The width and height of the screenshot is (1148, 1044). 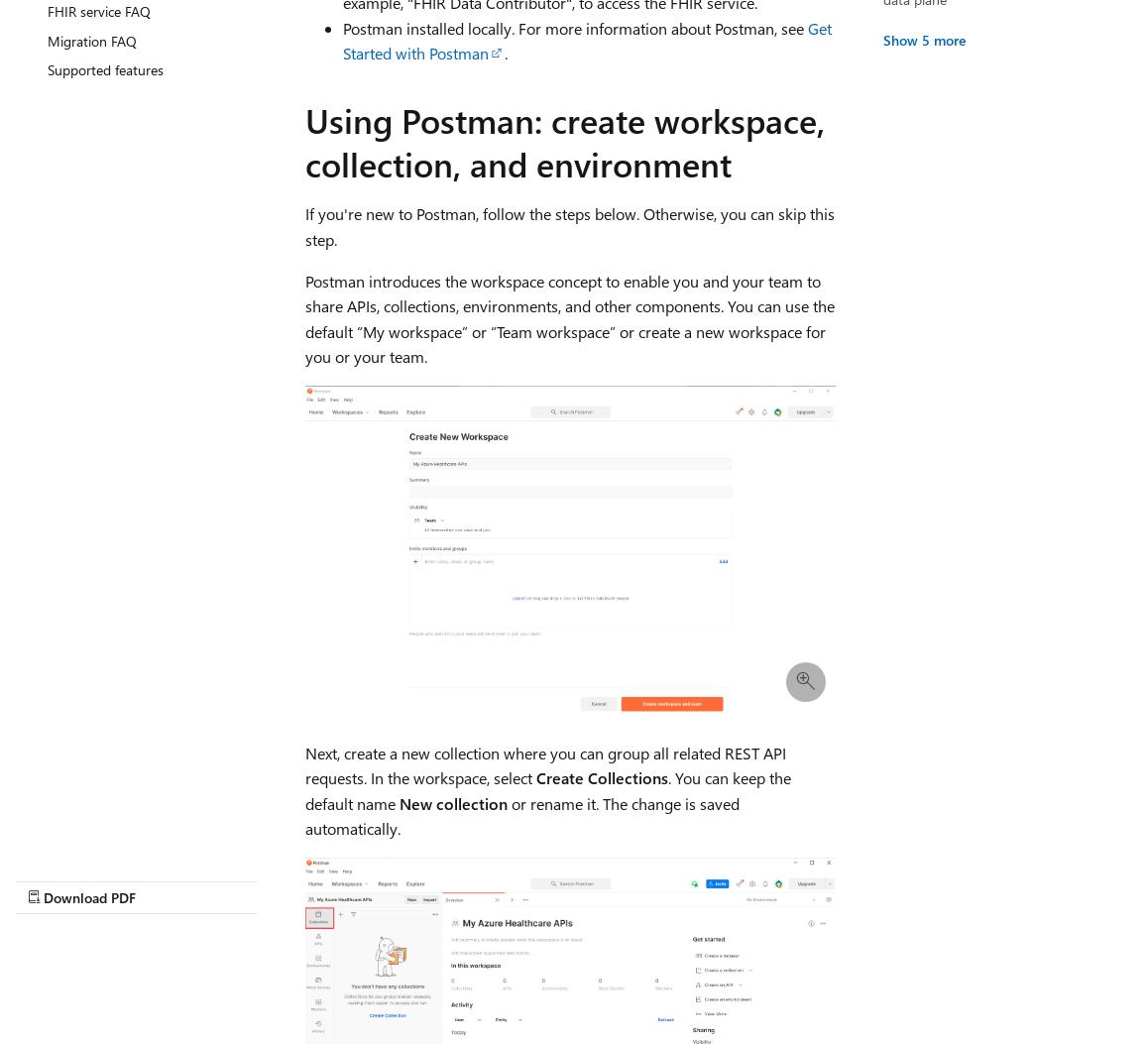 I want to click on 'Using Postman: create workspace, collection, and environment', so click(x=564, y=141).